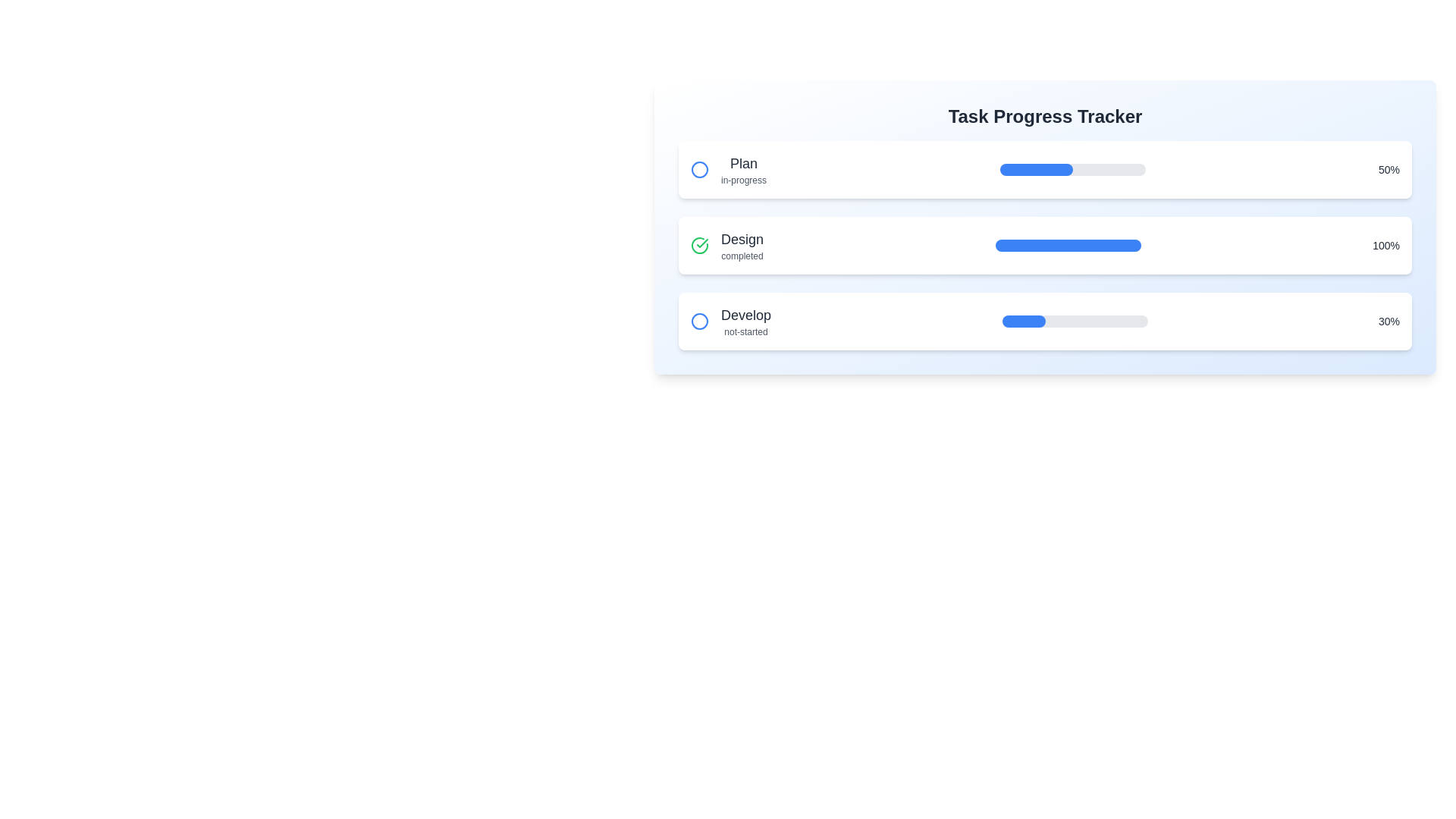 This screenshot has width=1456, height=819. Describe the element at coordinates (742, 256) in the screenshot. I see `the small textual label reading 'completed', which is styled in light gray and located below the bold 'Design' text in the task progress tracker interface` at that location.